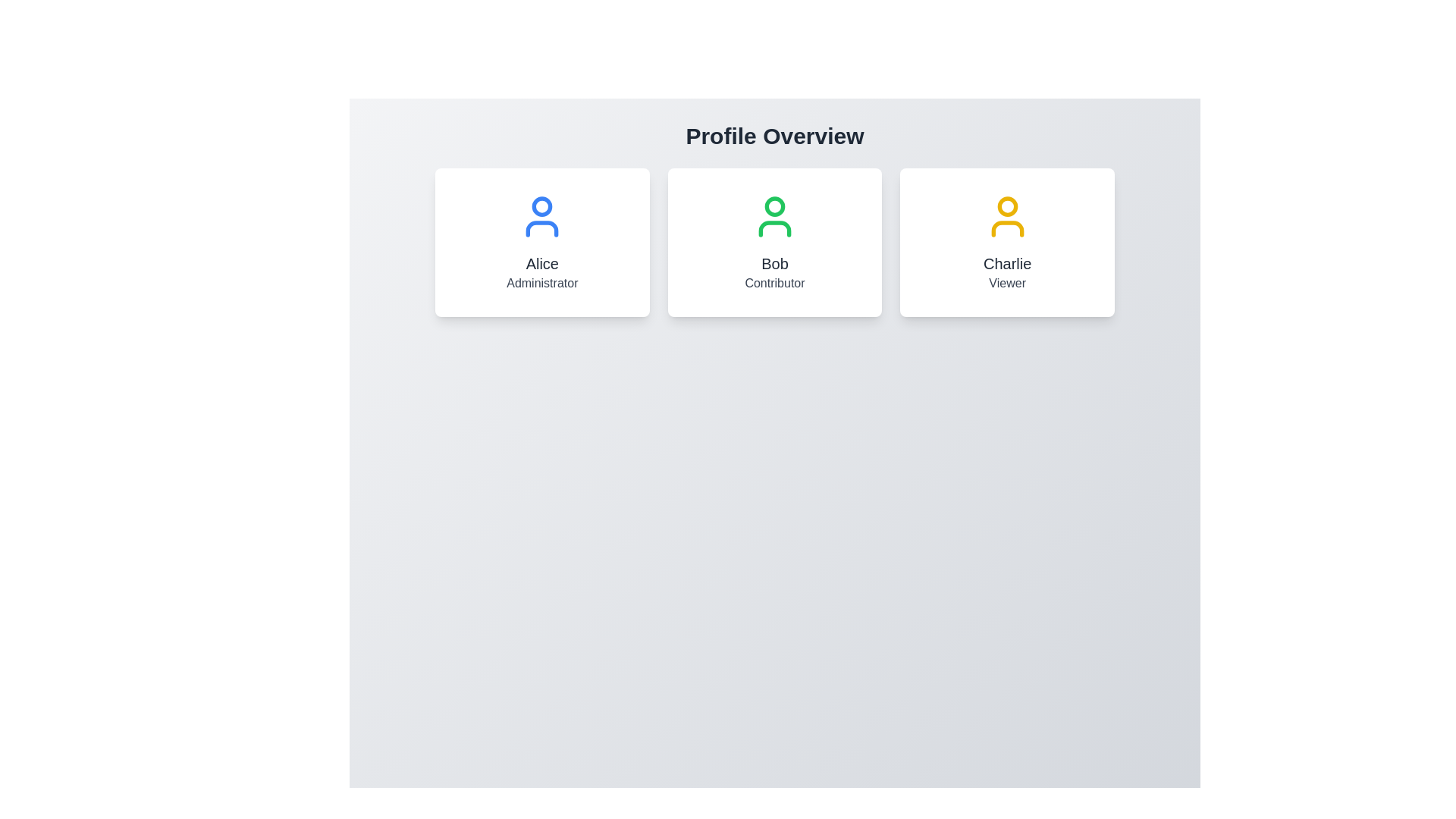 The width and height of the screenshot is (1456, 819). Describe the element at coordinates (775, 262) in the screenshot. I see `the text label reading 'Bob', which is styled in a larger font size and gray color, located beneath an icon and above the text 'Contributor' within a card layout` at that location.